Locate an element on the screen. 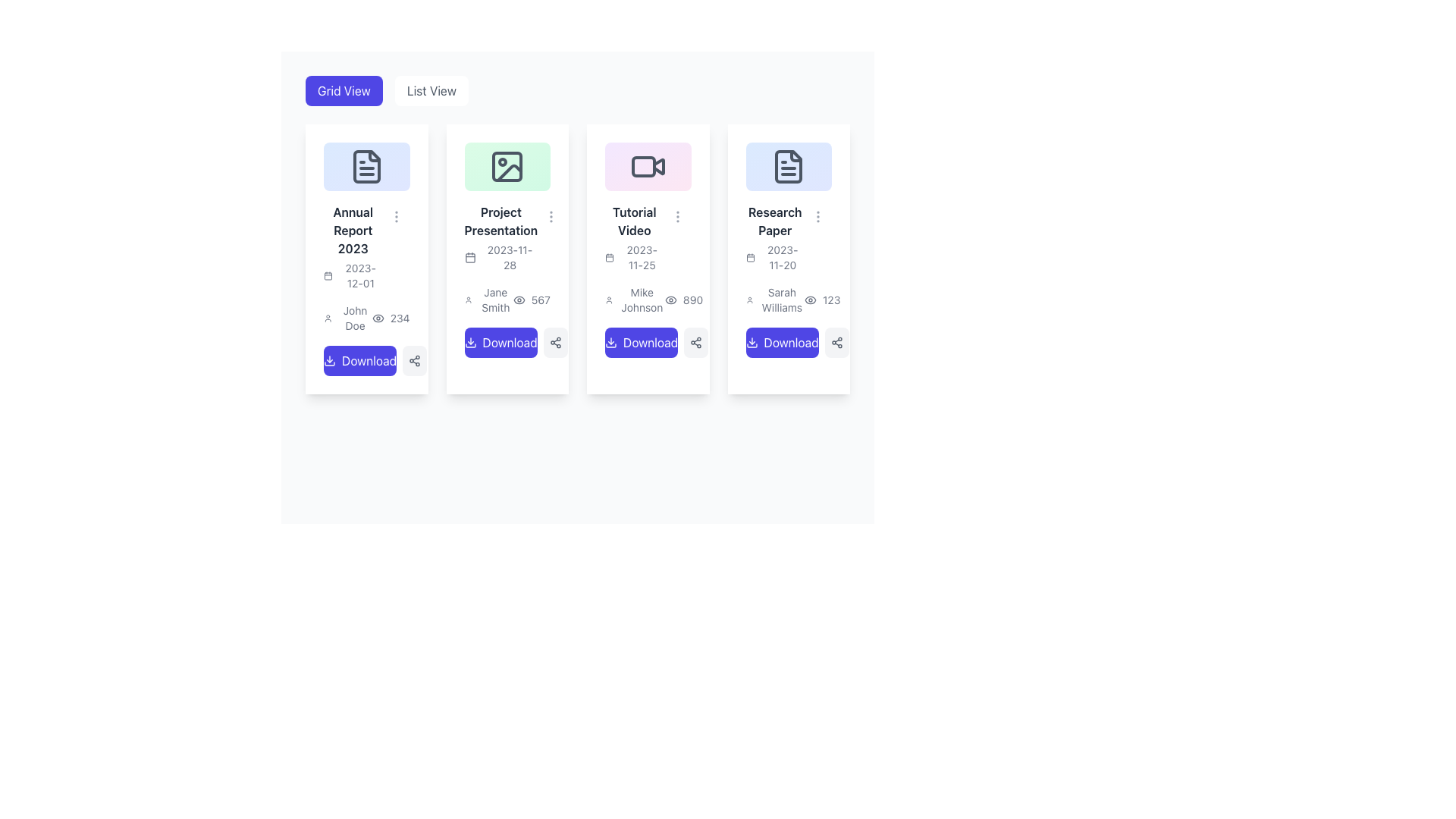  the decorative icon representing the content of the 'Tutorial Video' card, which is the third card in a horizontal row of cards is located at coordinates (648, 166).